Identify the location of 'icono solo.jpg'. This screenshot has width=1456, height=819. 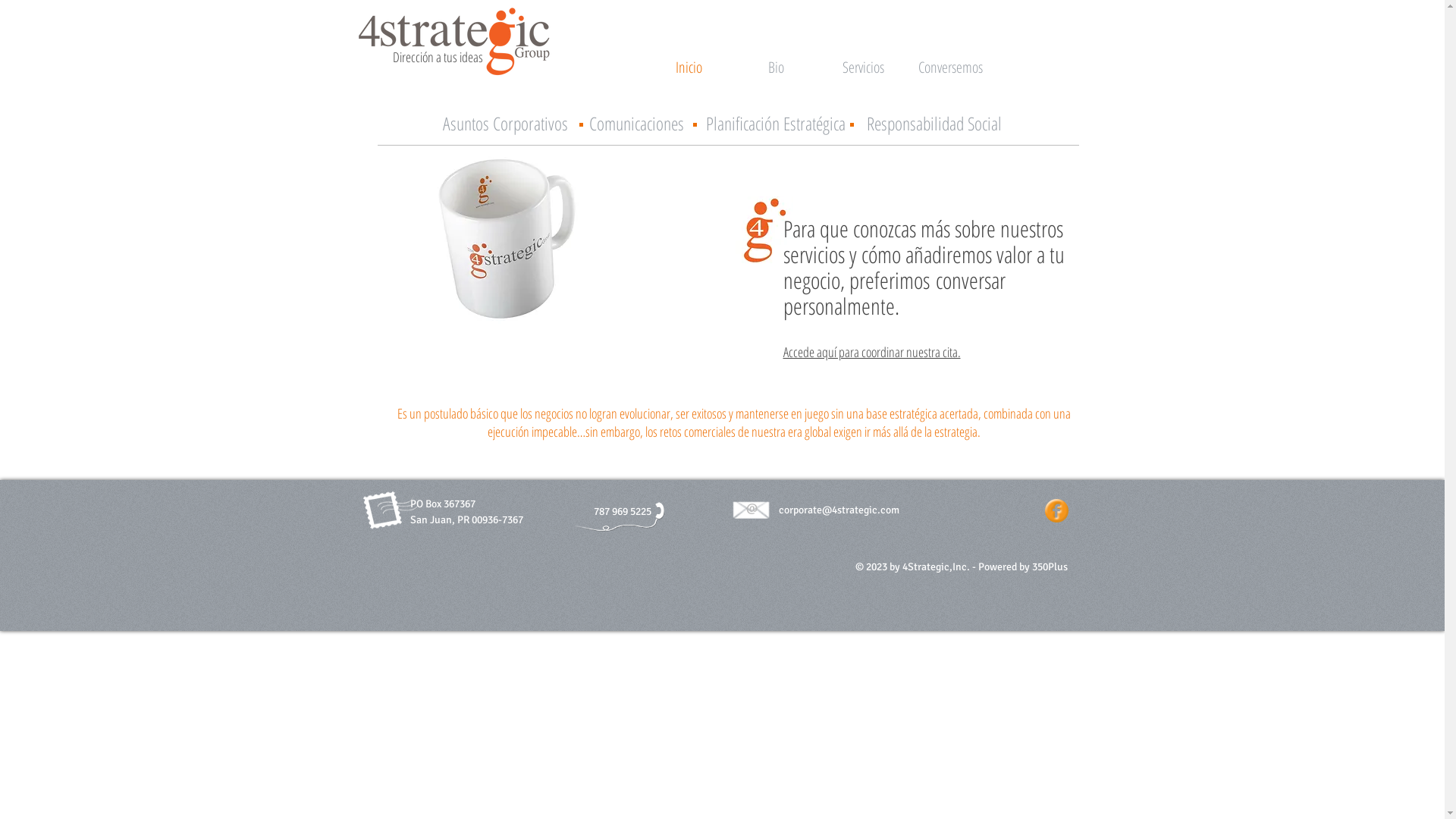
(764, 230).